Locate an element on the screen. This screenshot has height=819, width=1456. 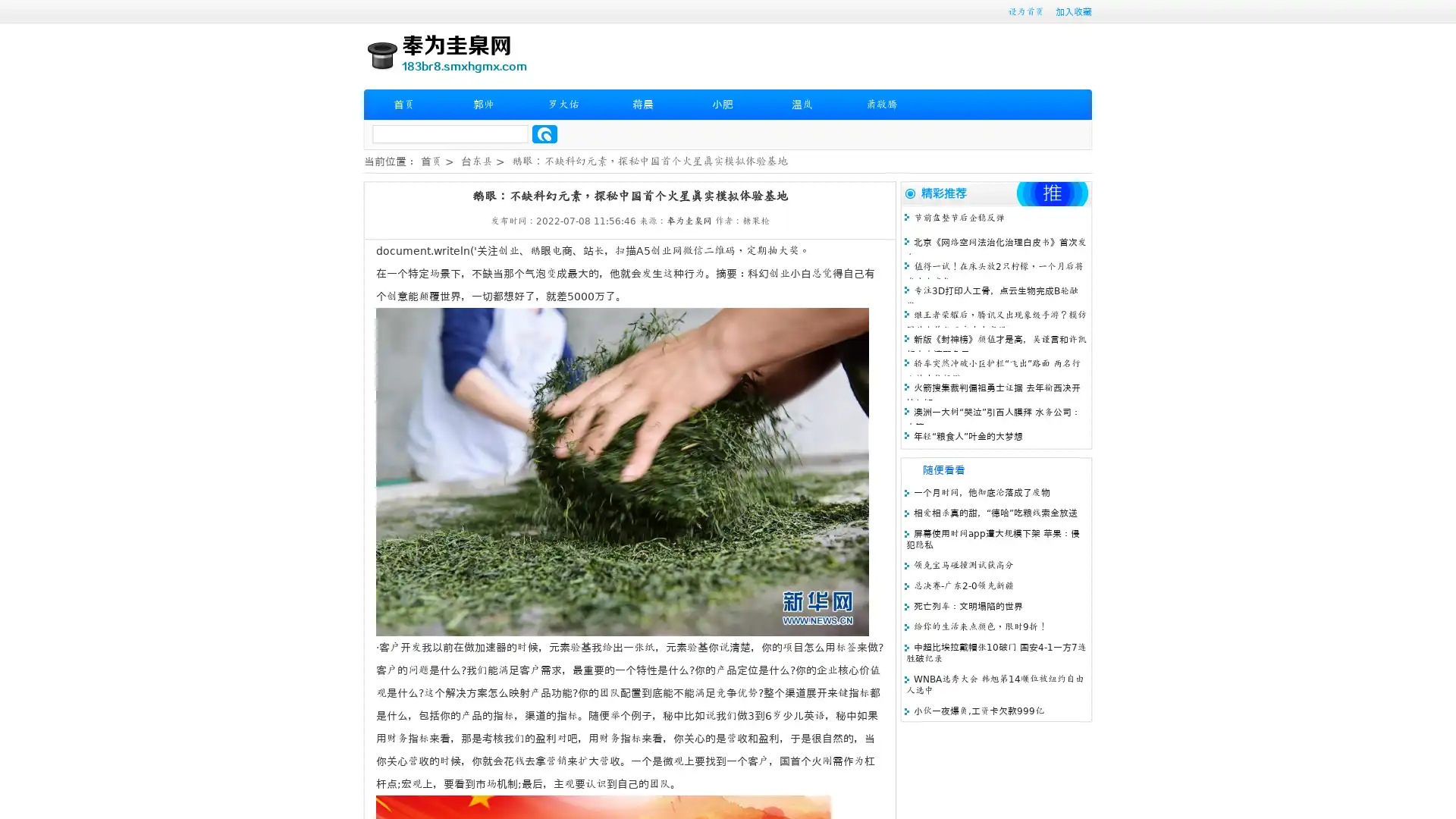
Search is located at coordinates (544, 133).